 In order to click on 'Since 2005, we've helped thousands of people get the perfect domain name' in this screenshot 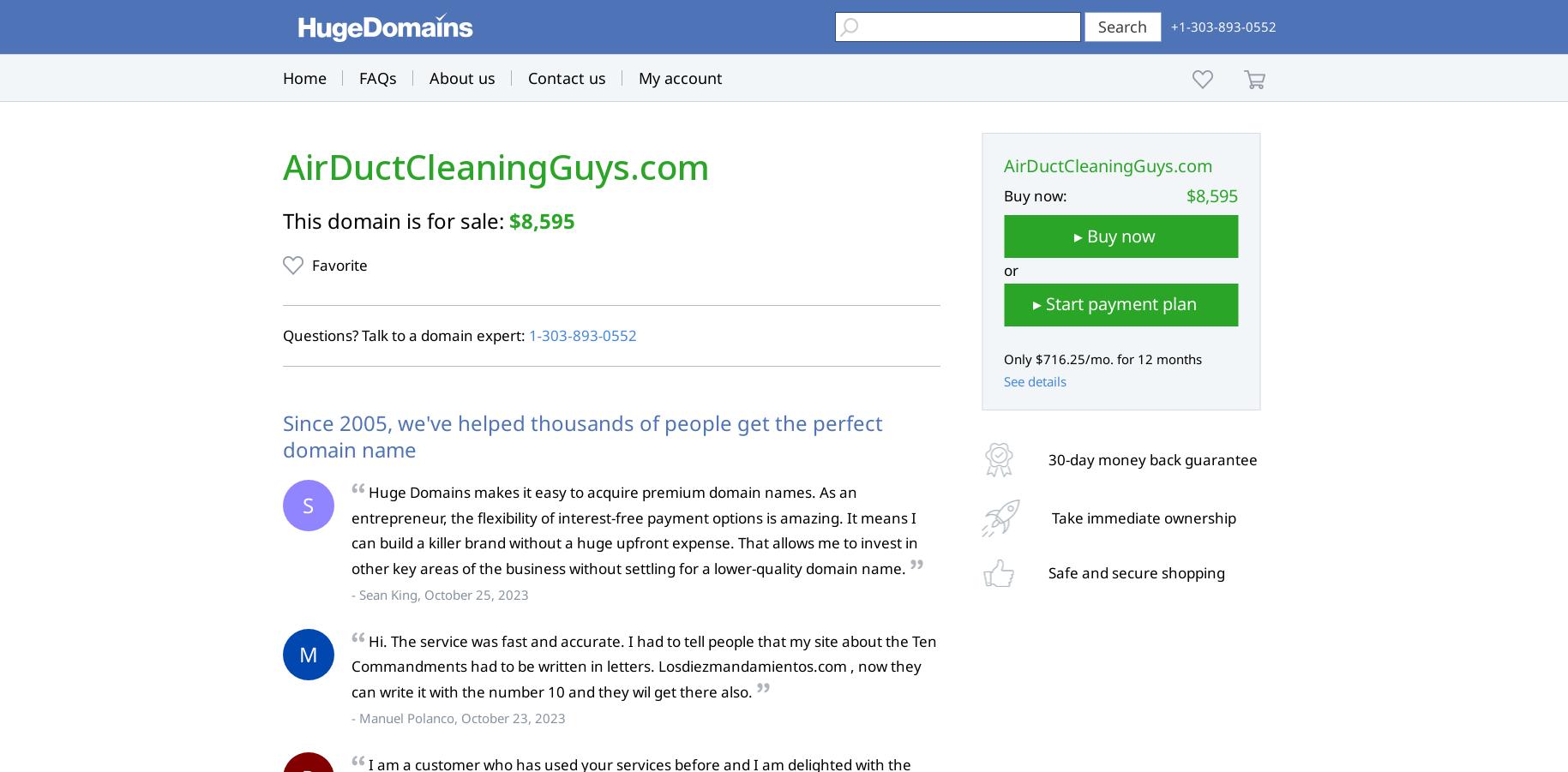, I will do `click(580, 434)`.